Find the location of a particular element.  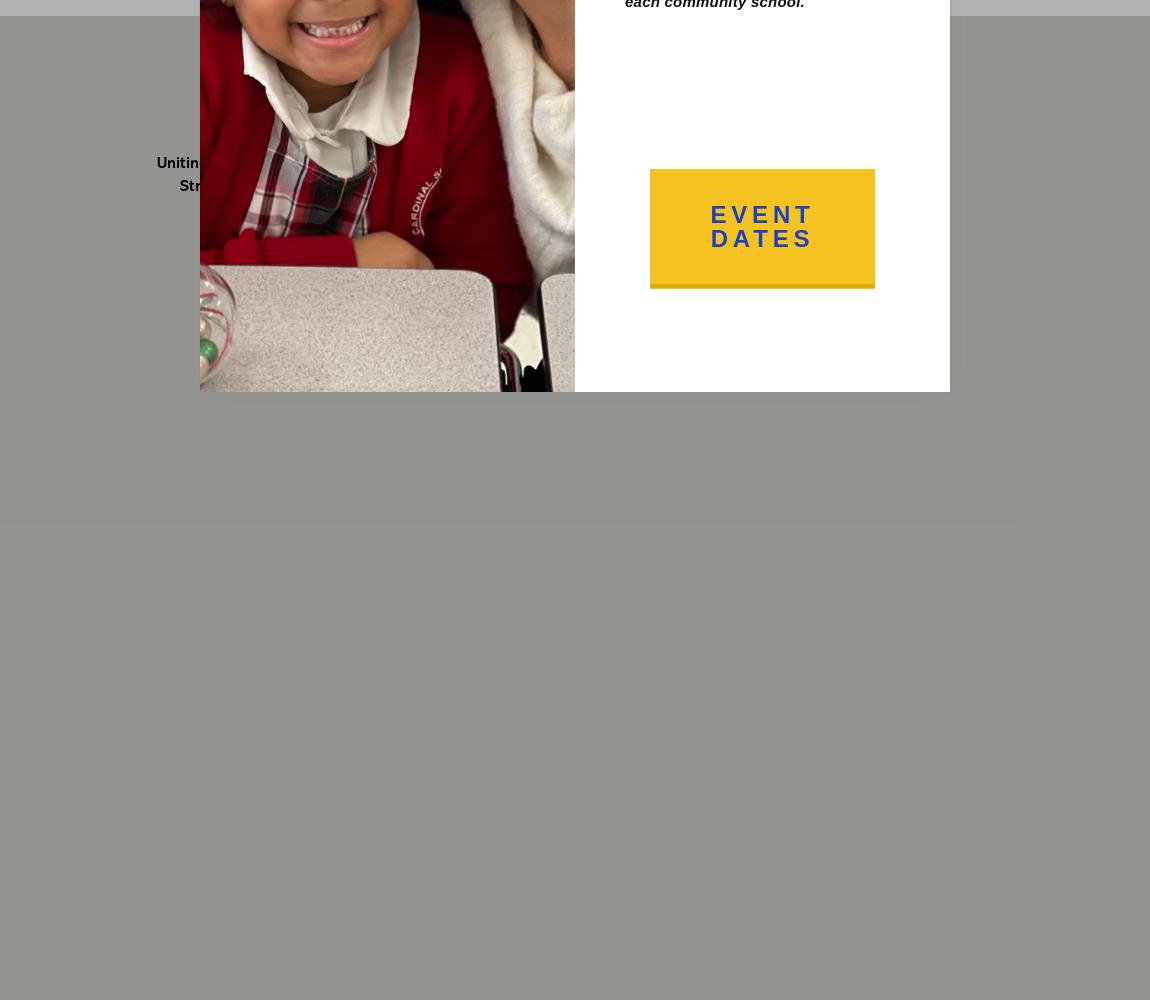

'NEWS & EVENTS' is located at coordinates (637, 68).